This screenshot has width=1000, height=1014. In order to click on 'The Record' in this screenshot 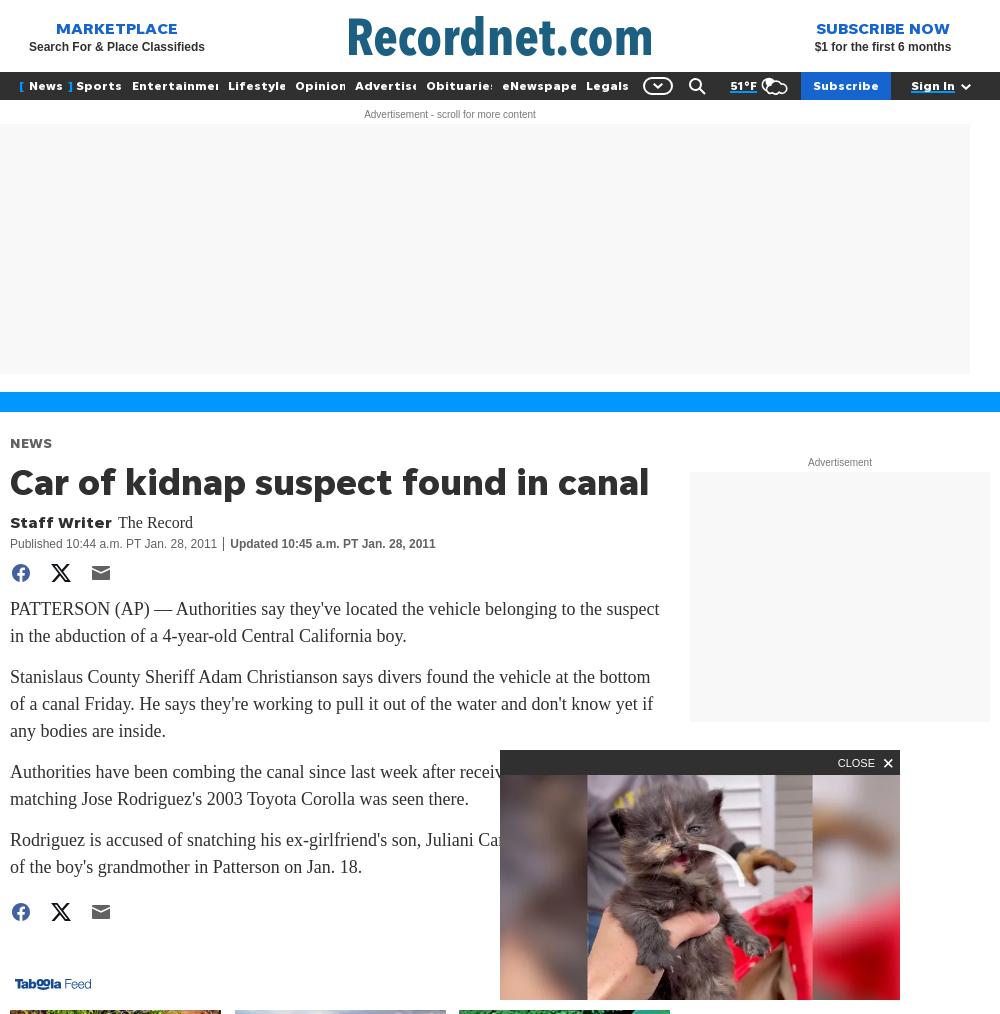, I will do `click(117, 521)`.